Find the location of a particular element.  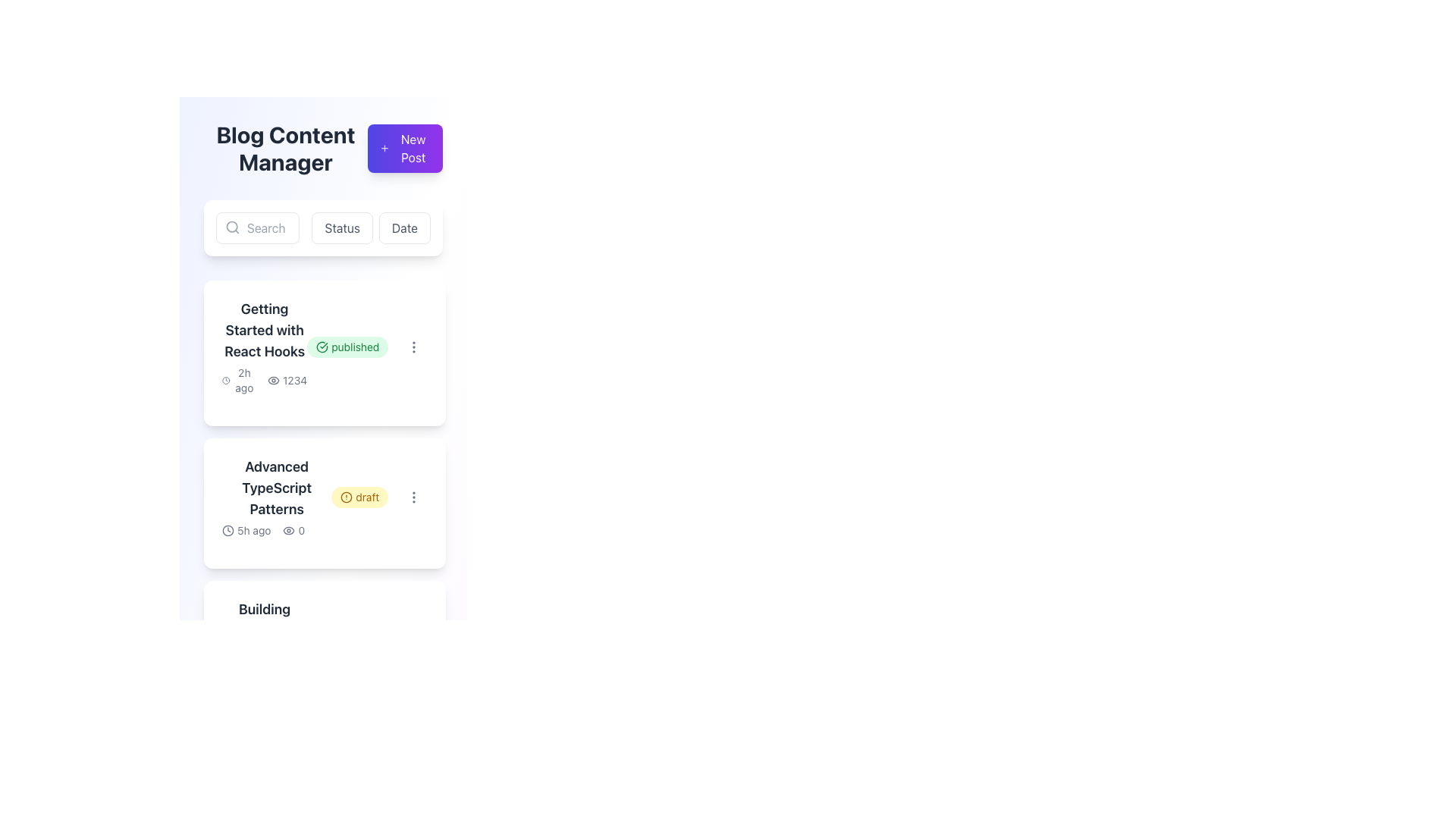

the pair of buttons for sorting or filtering content located just to the right of the search bar is located at coordinates (371, 227).